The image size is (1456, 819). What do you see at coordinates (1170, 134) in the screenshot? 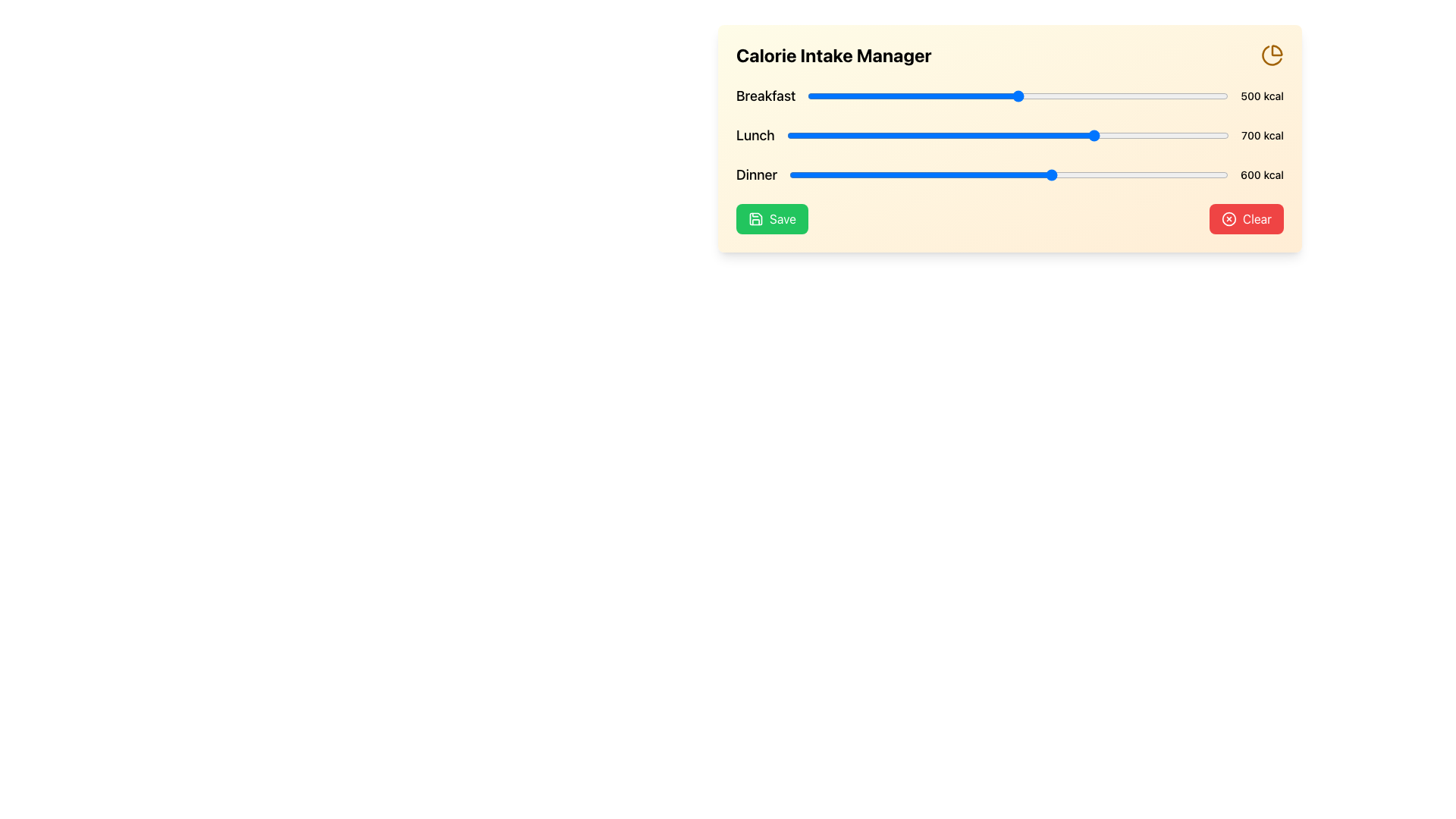
I see `the lunch kcal value` at bounding box center [1170, 134].